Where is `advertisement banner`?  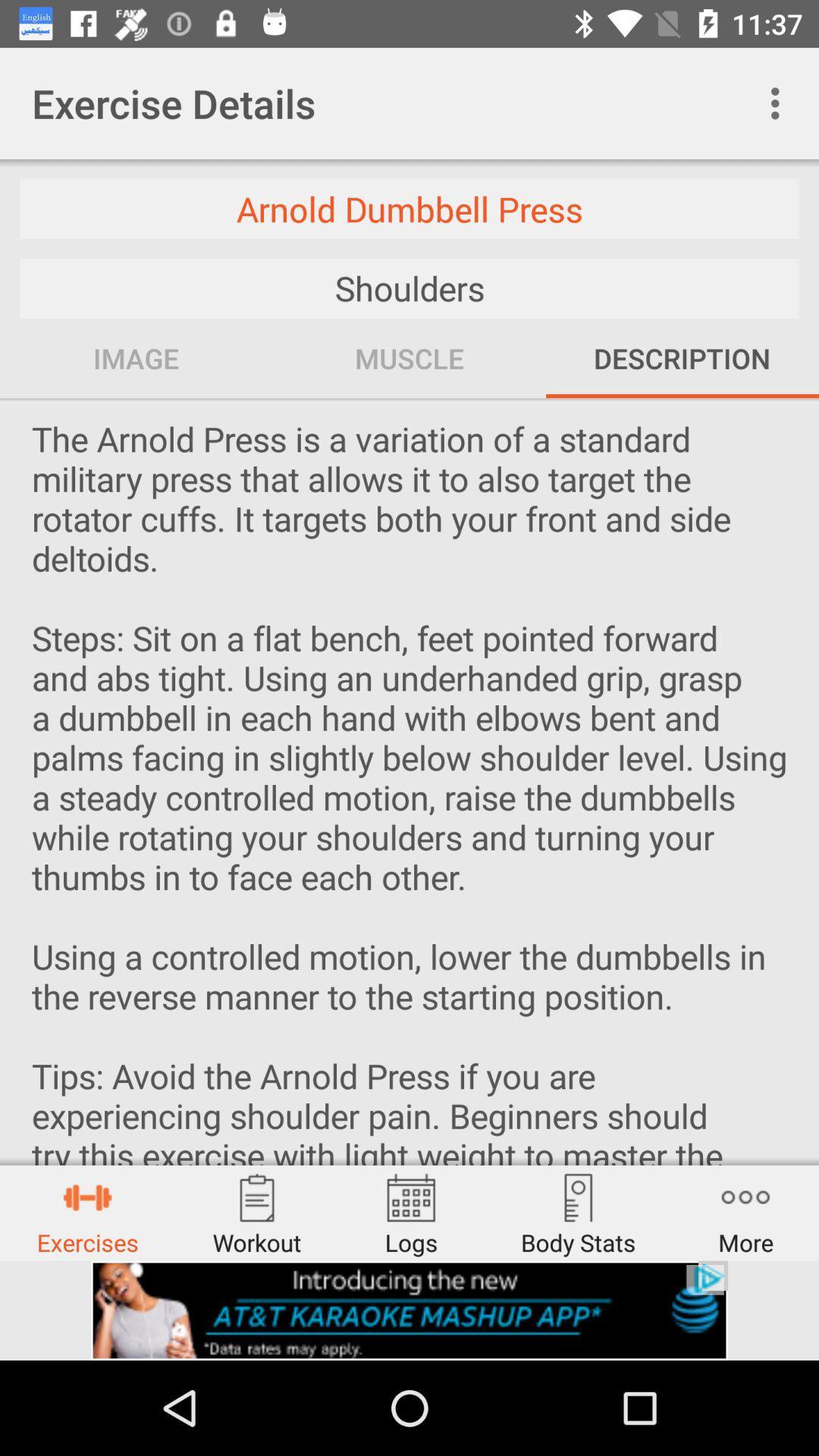 advertisement banner is located at coordinates (409, 1310).